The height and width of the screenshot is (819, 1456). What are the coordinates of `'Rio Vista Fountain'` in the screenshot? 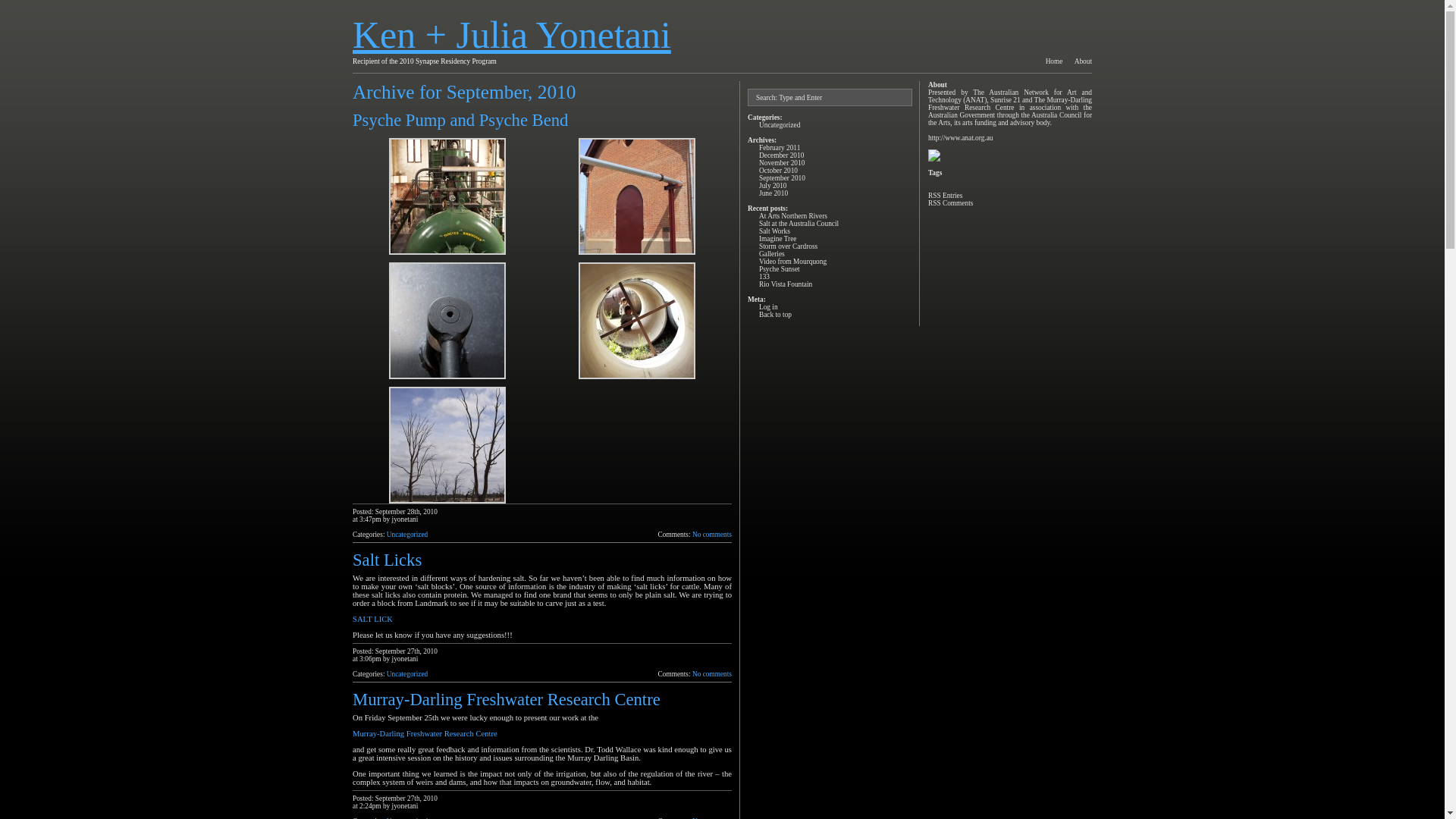 It's located at (786, 284).